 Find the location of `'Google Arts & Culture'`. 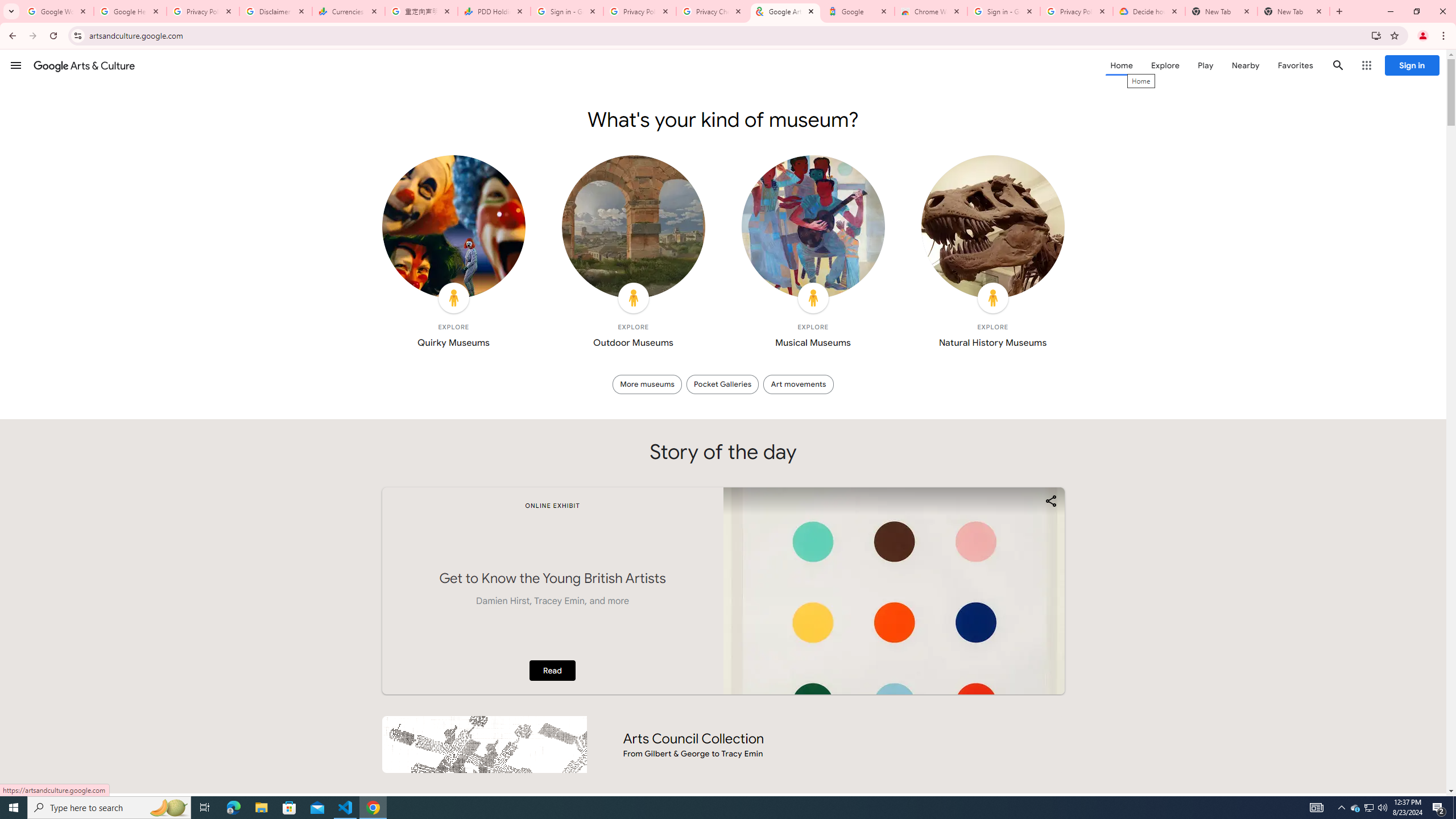

'Google Arts & Culture' is located at coordinates (84, 65).